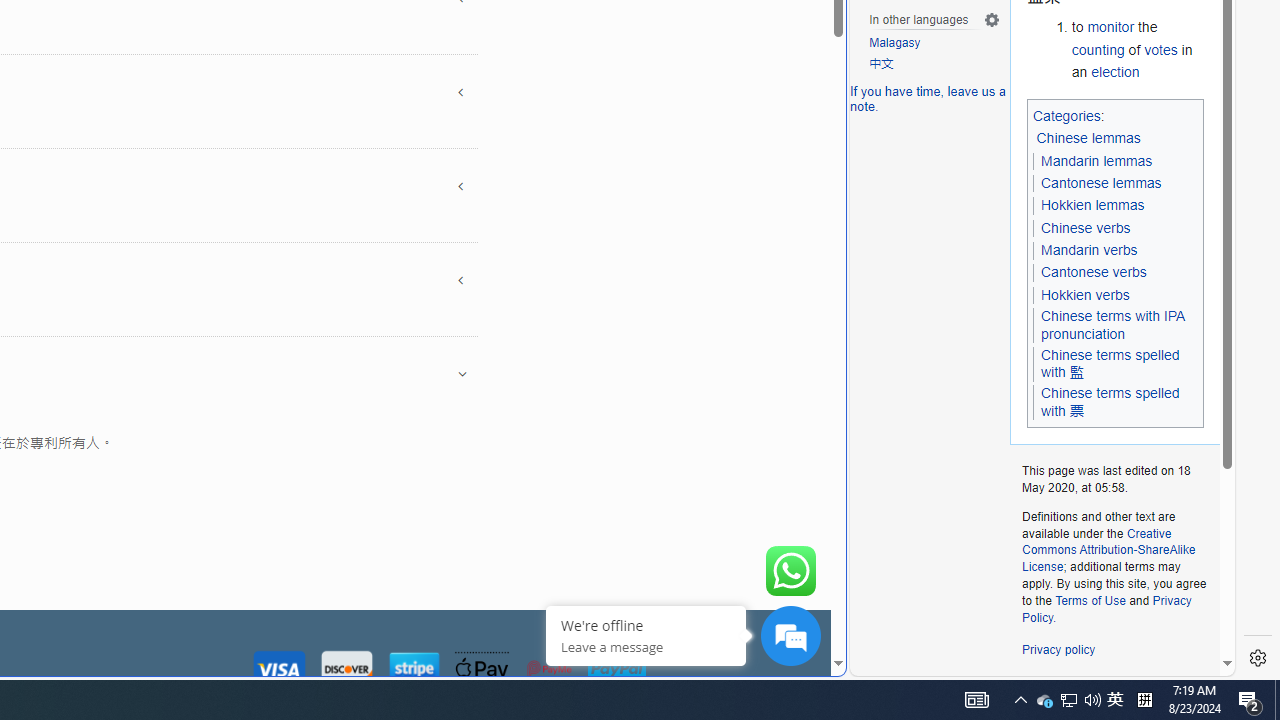  I want to click on 'Global web icon', so click(887, 663).